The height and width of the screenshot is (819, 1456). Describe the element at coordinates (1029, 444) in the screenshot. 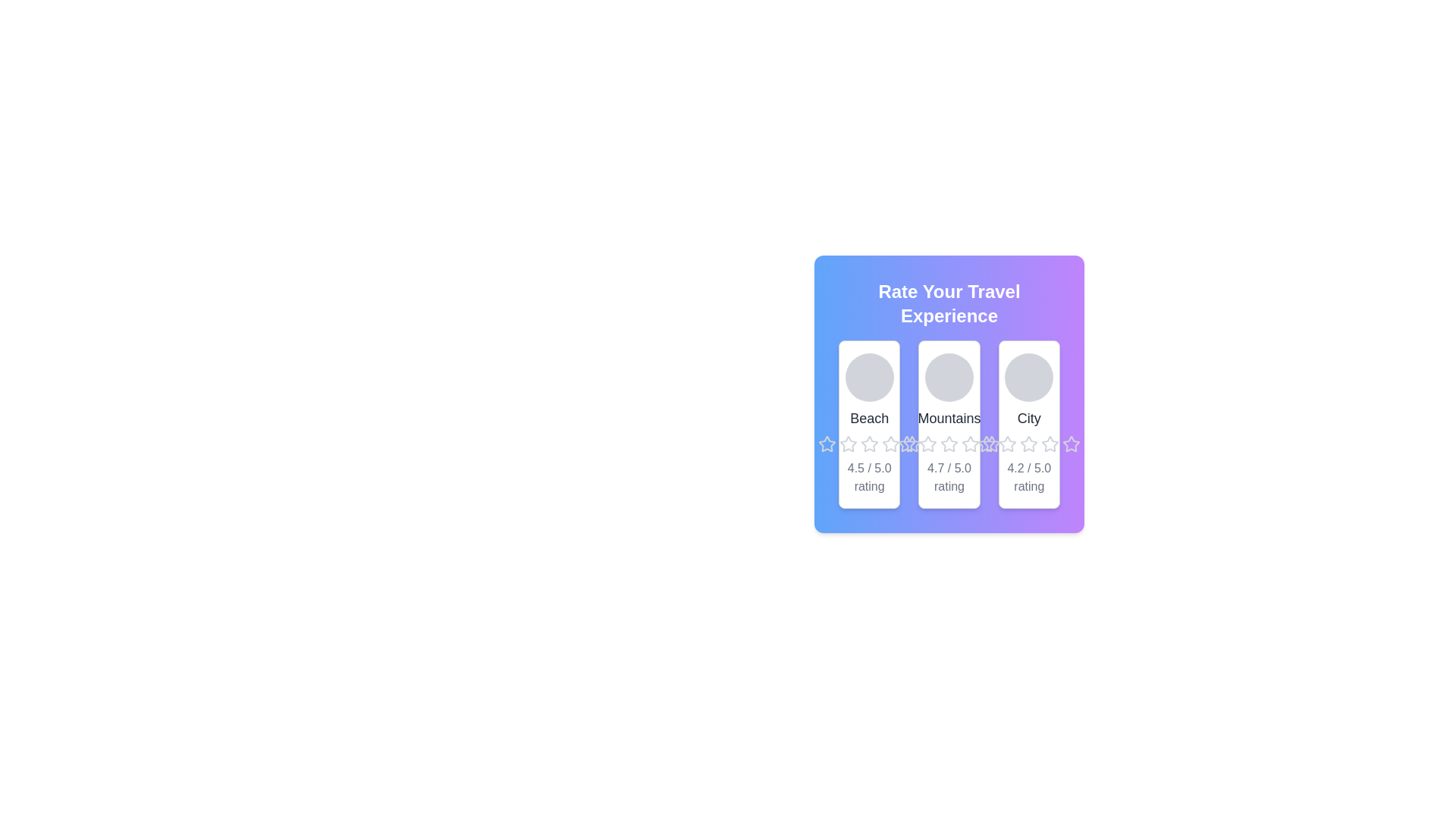

I see `the fifth star icon in the horizontal row of rating icons located under the card labeled 'City', which is the third card in the series under 'Rate Your Travel Experience'` at that location.